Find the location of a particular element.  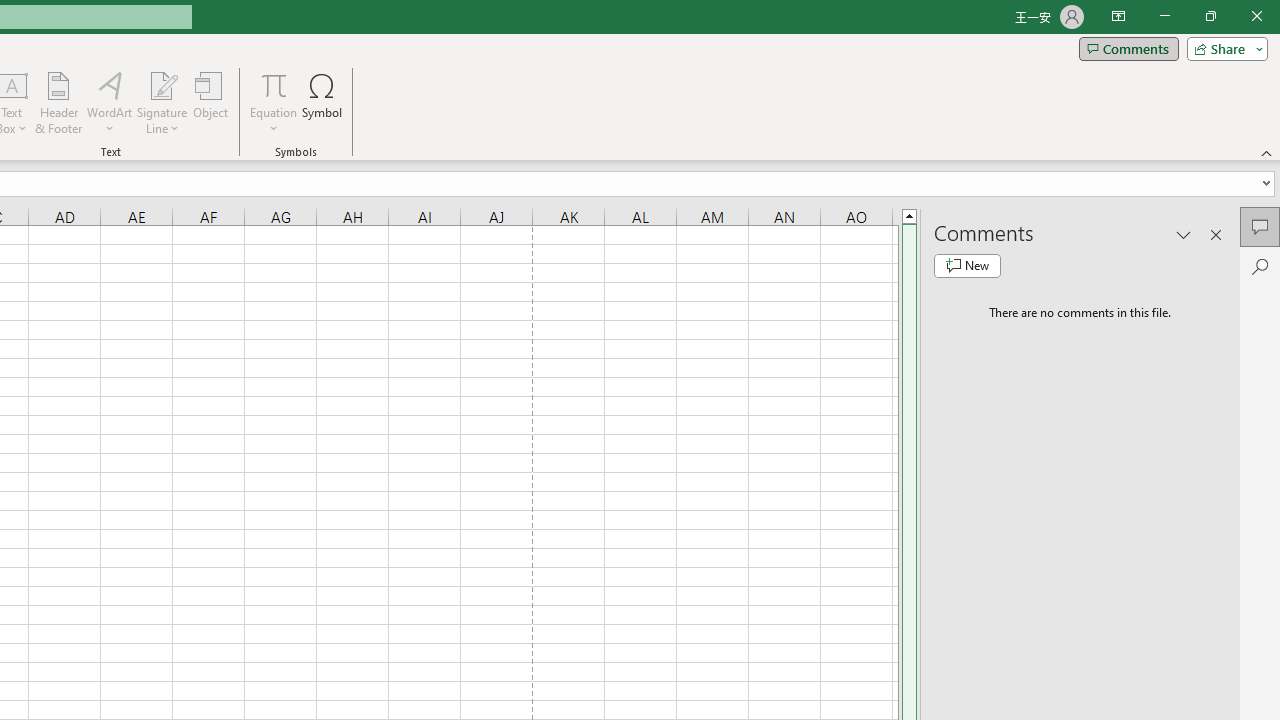

'Comments' is located at coordinates (1128, 47).